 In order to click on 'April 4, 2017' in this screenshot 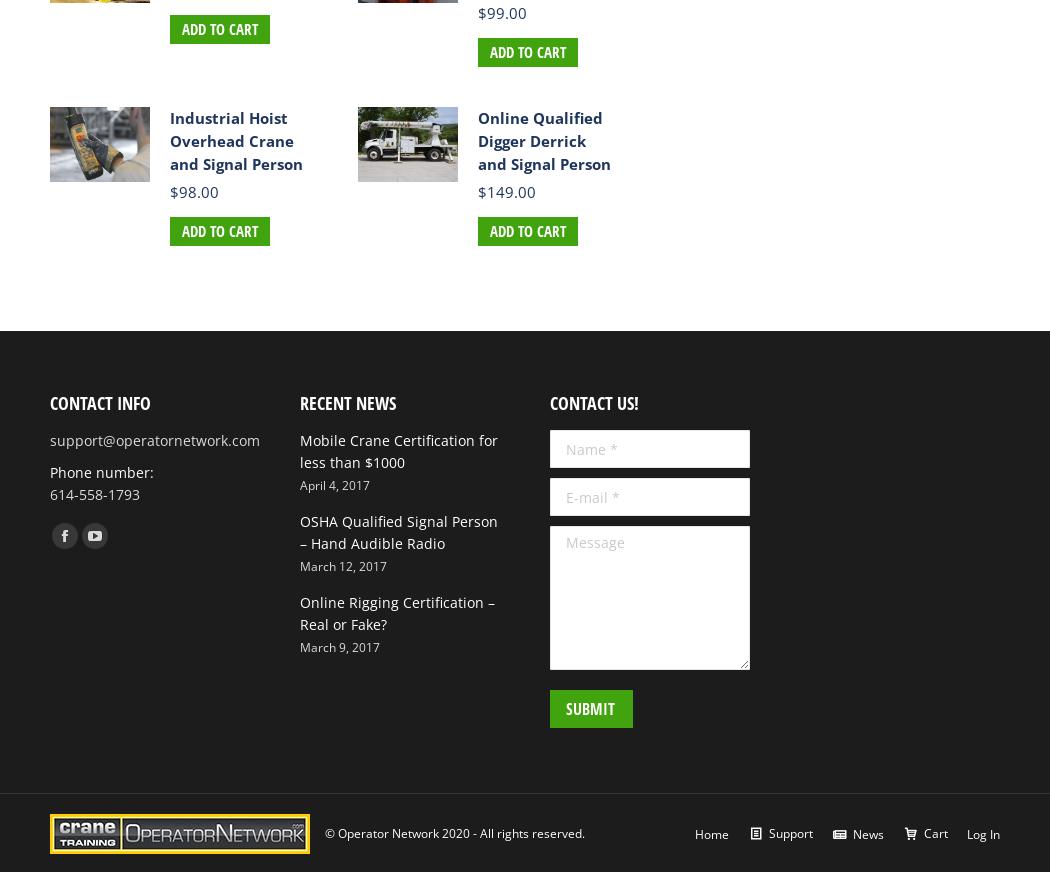, I will do `click(334, 484)`.